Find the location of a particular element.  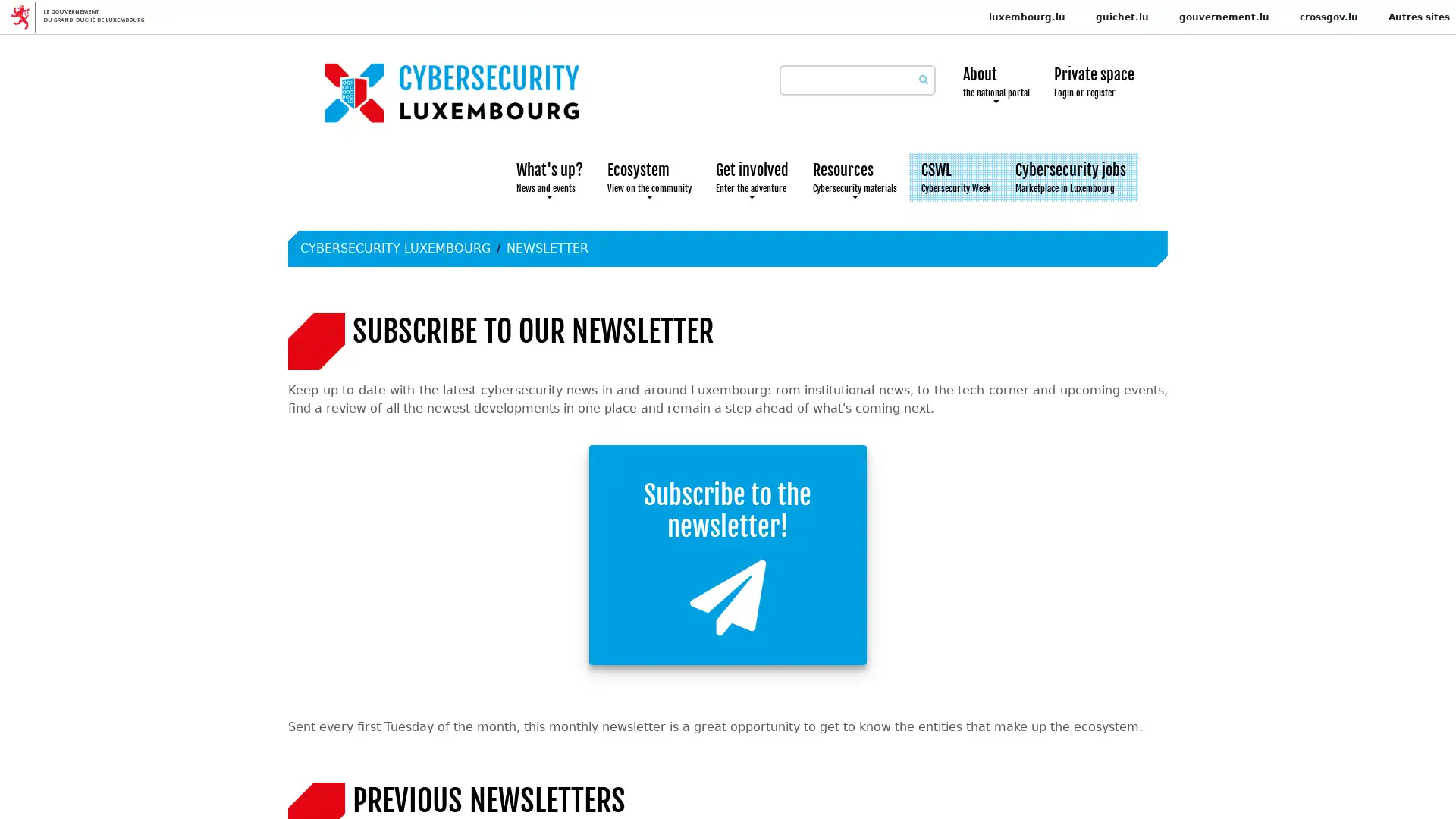

CYBERSECURITY LUXEMBOURG is located at coordinates (395, 247).